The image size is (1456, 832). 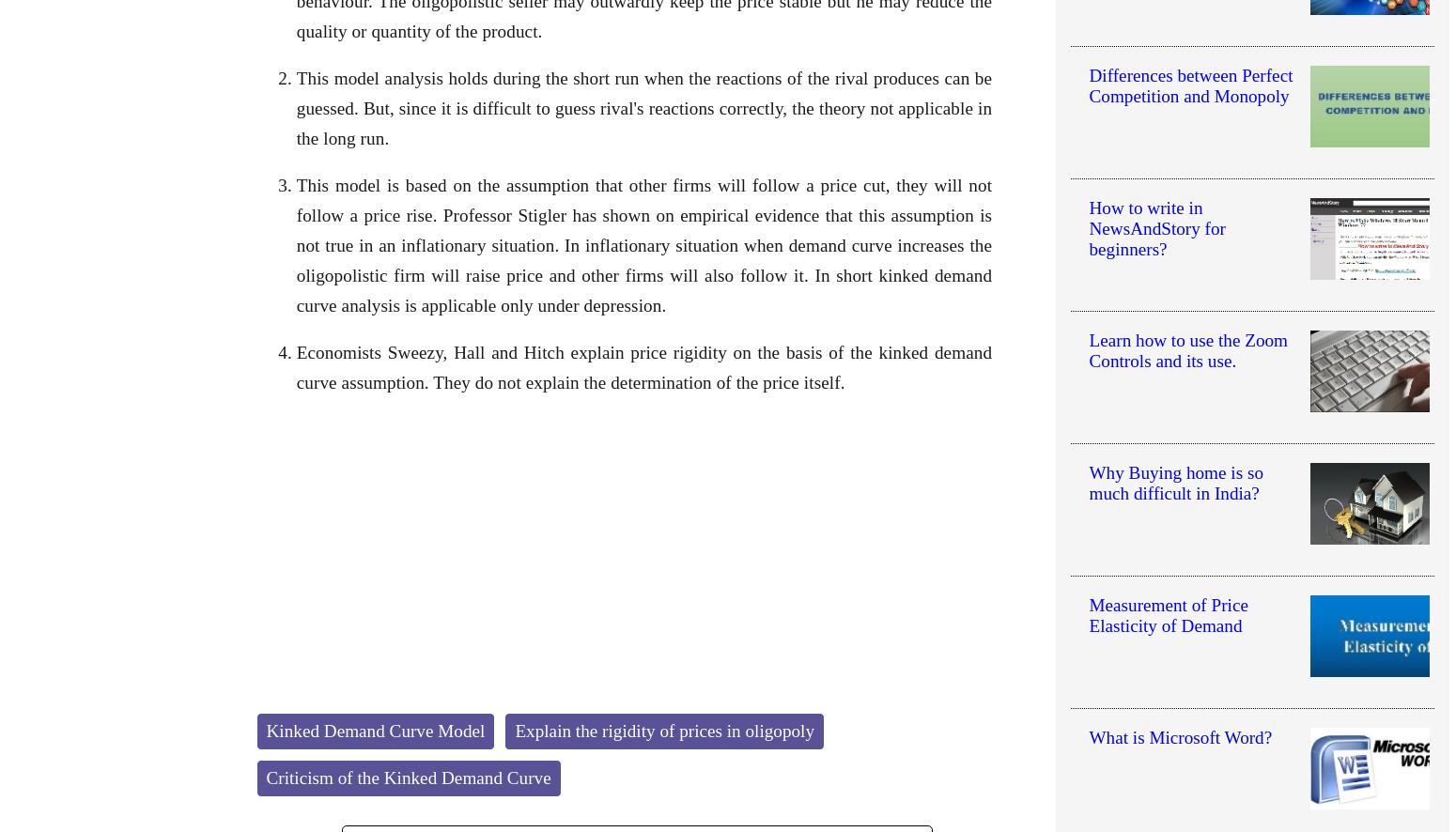 What do you see at coordinates (643, 243) in the screenshot?
I see `'This model is based on the assumption that other firms will follow a price cut, they will not follow a price rise. Professor Stigler has shown on empirical evidence that this assumption is not true in an inflationary situation. In inflationary situation when demand curve increases the oligopolistic firm will raise price and other firms will also follow it. In short kinked demand curve analysis is applicable only under depression.'` at bounding box center [643, 243].